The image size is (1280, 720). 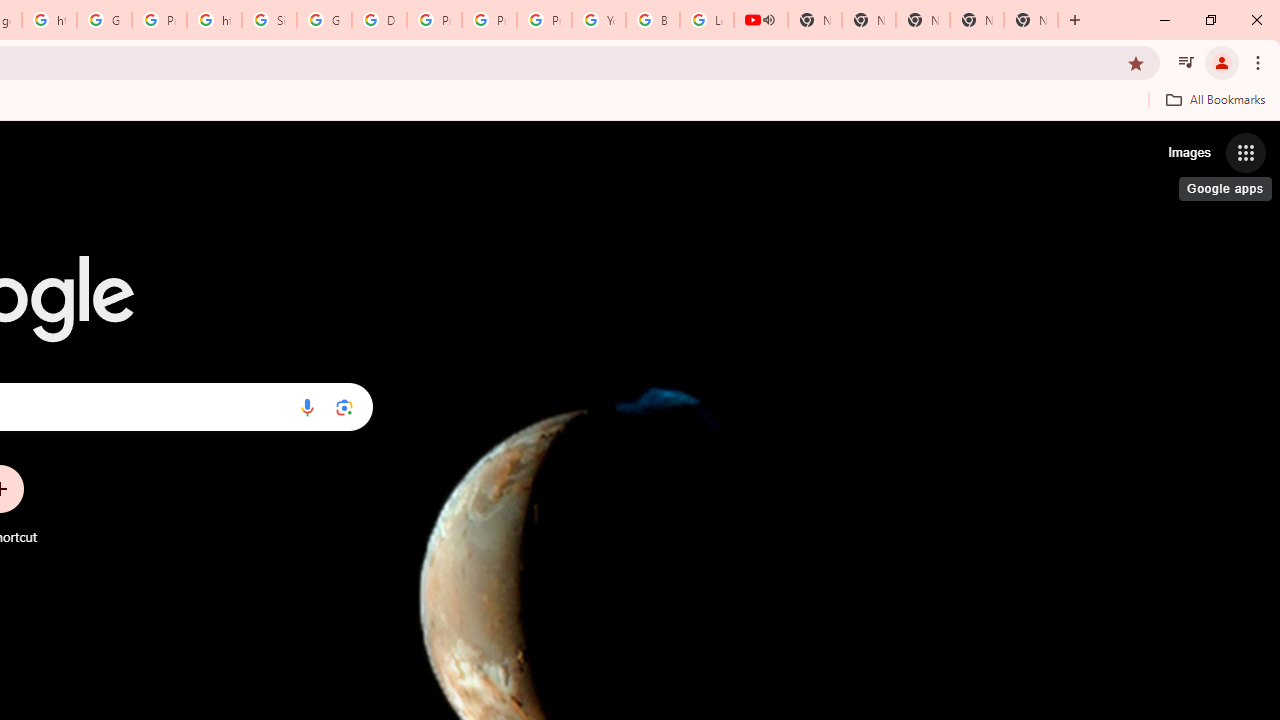 What do you see at coordinates (1189, 152) in the screenshot?
I see `'Search for Images '` at bounding box center [1189, 152].